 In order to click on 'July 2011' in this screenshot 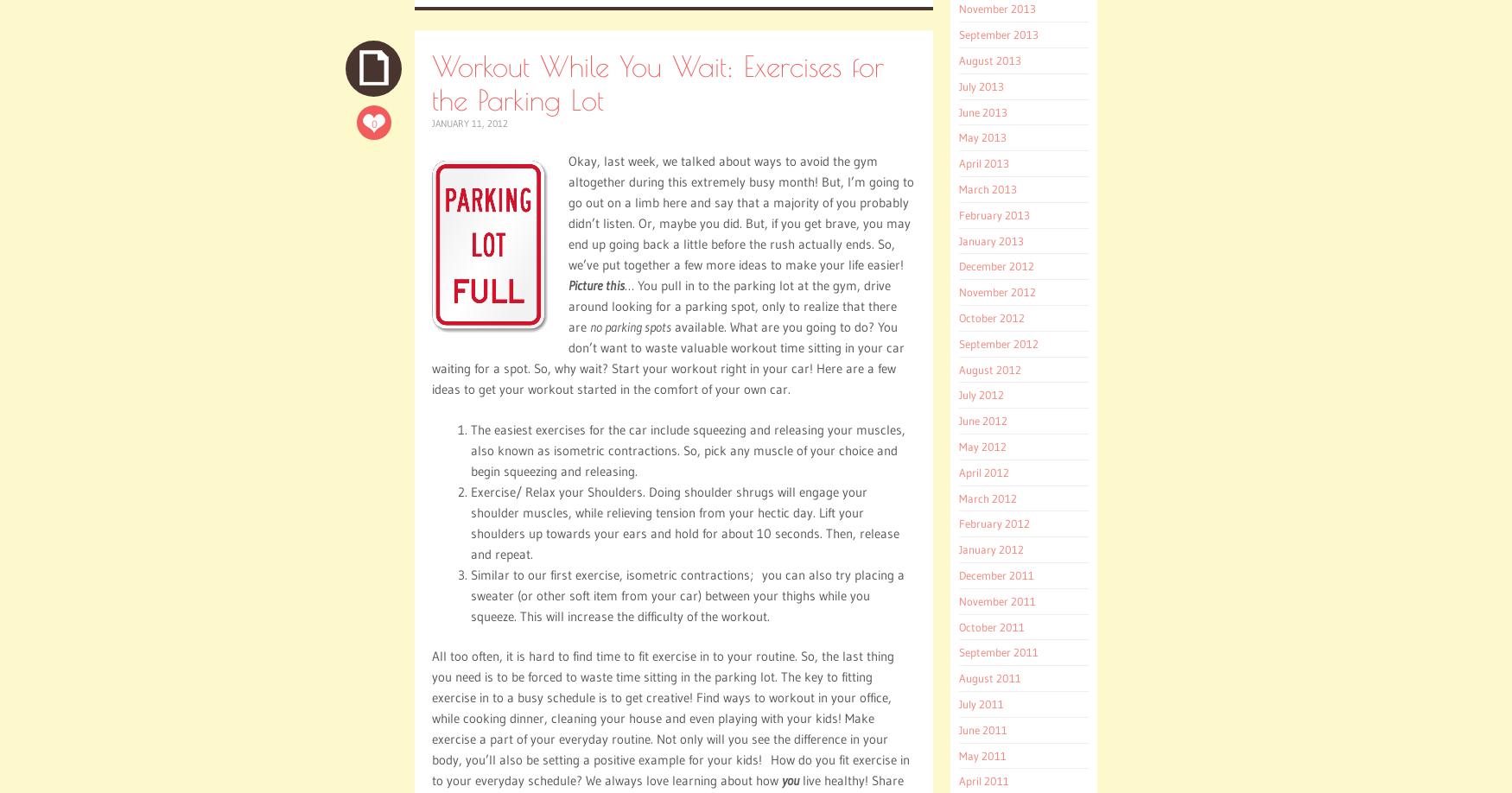, I will do `click(980, 702)`.